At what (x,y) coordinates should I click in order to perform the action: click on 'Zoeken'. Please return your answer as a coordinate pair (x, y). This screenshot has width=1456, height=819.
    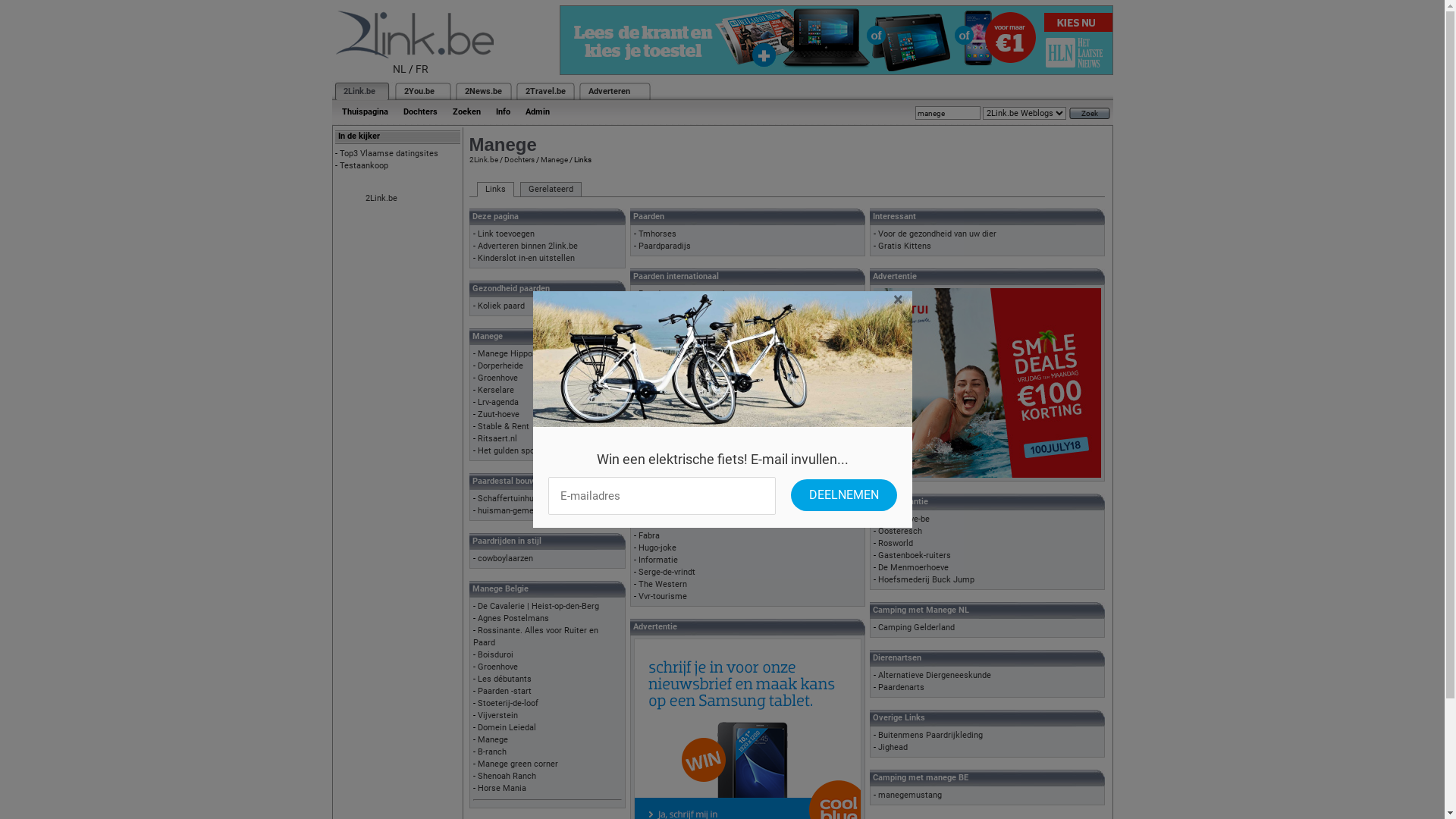
    Looking at the image, I should click on (465, 111).